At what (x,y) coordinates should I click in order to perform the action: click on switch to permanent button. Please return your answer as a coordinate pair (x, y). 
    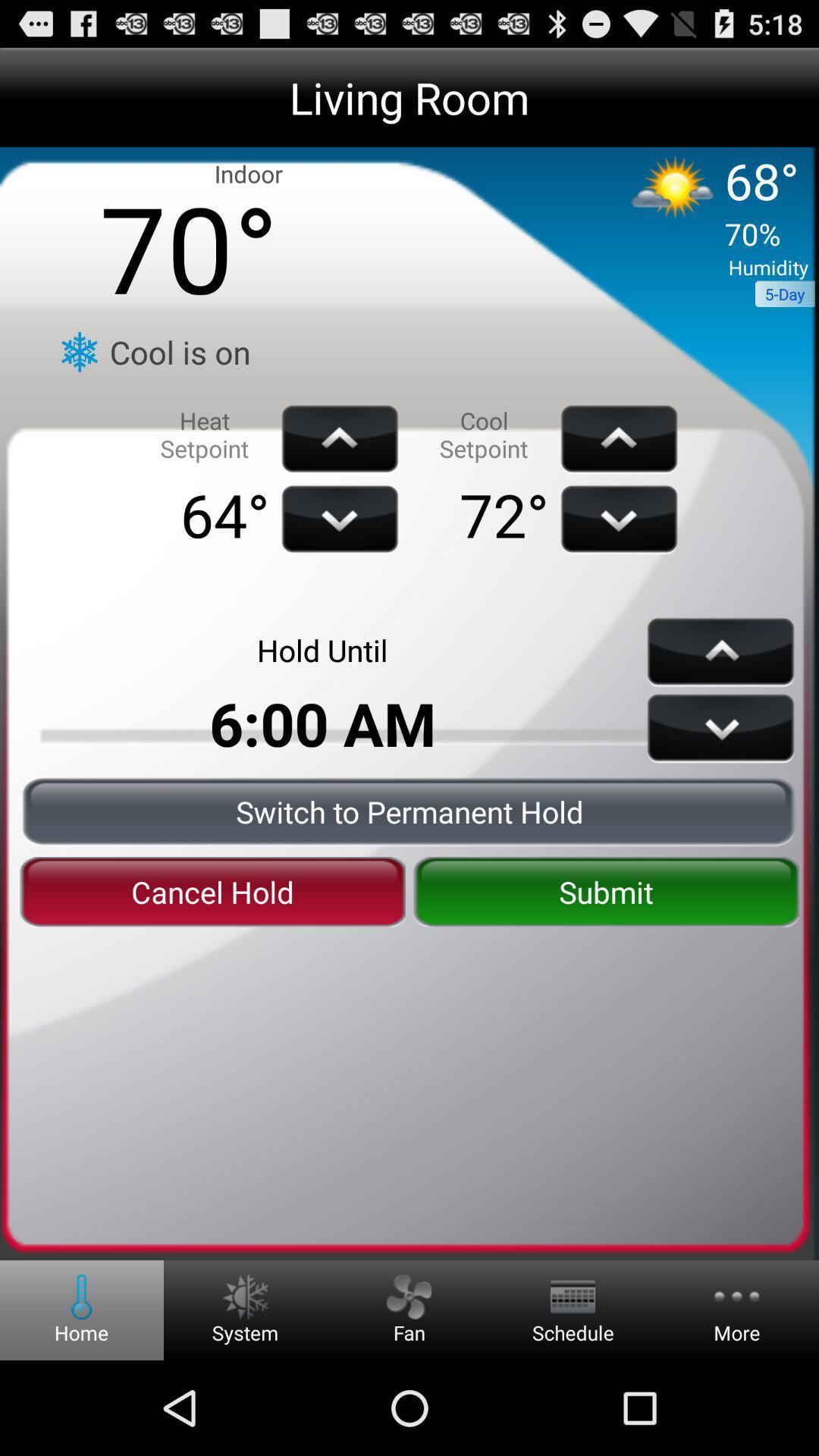
    Looking at the image, I should click on (409, 811).